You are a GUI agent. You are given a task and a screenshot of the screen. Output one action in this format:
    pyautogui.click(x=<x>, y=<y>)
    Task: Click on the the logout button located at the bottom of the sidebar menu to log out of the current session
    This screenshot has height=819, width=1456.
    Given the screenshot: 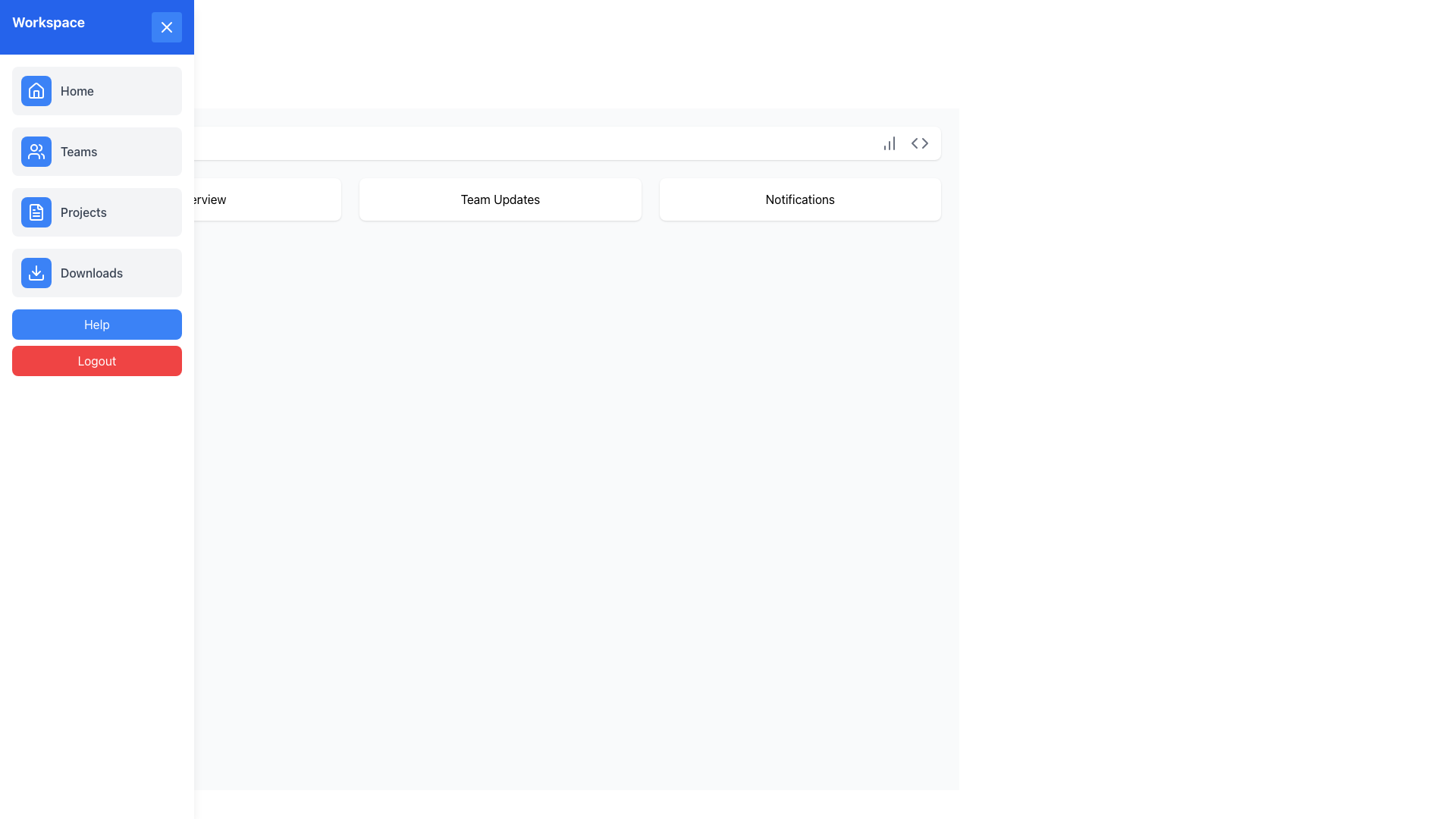 What is the action you would take?
    pyautogui.click(x=96, y=360)
    